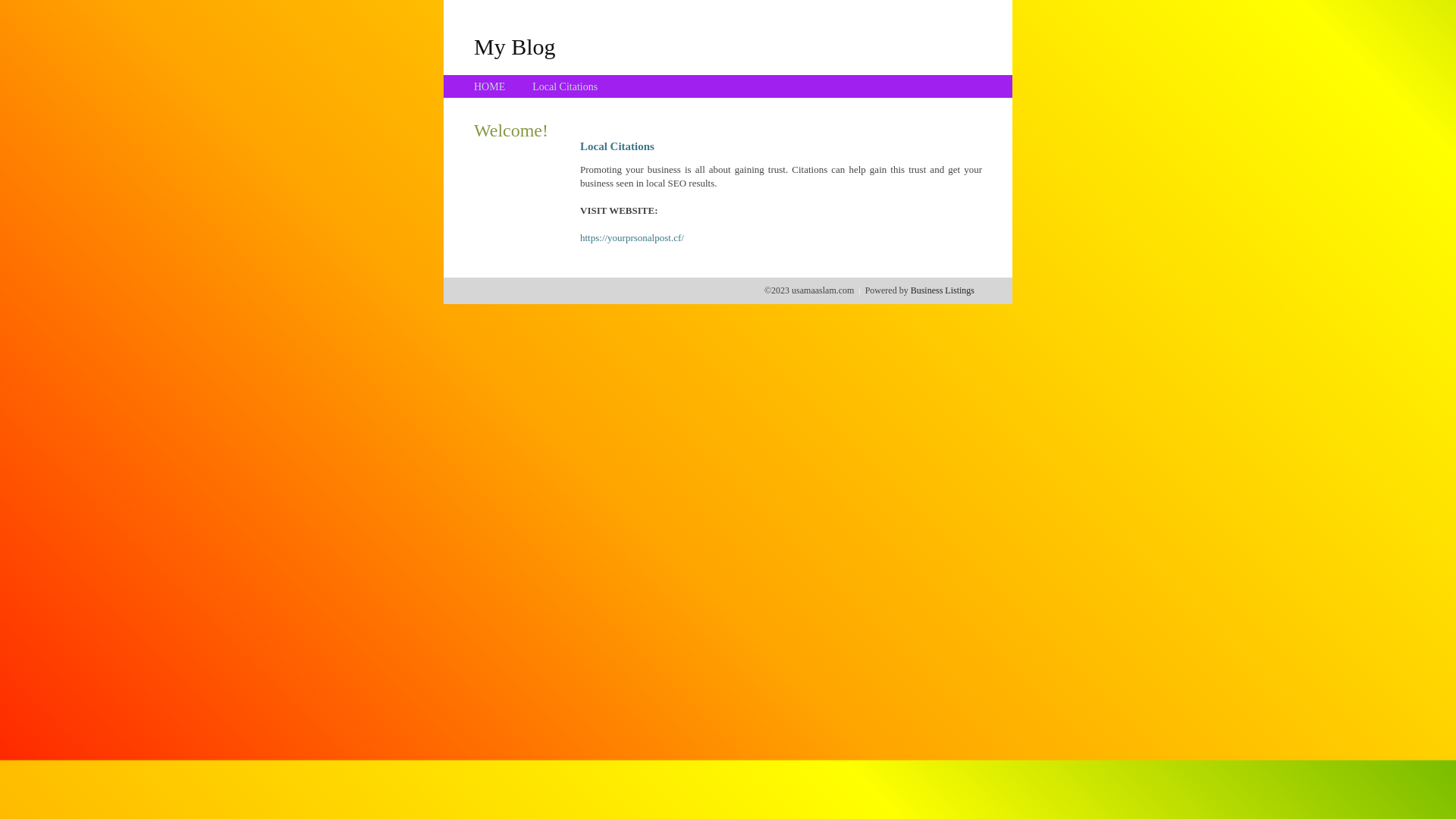 Image resolution: width=1456 pixels, height=819 pixels. I want to click on 'My Blog', so click(514, 45).